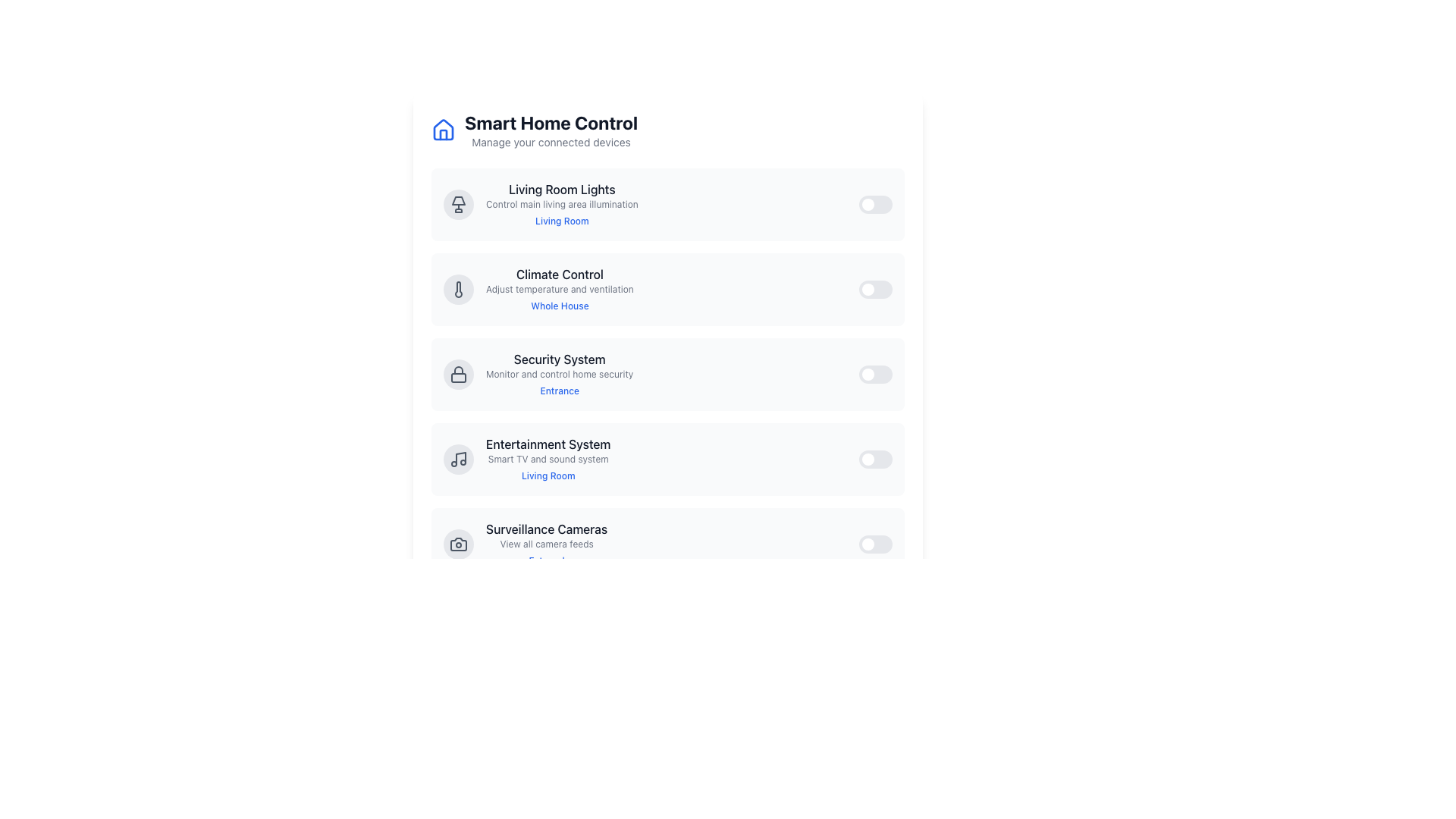 This screenshot has height=819, width=1456. What do you see at coordinates (457, 458) in the screenshot?
I see `the music-related icon in the 'Entertainment System' section, which features a grayish musical note with circular ends` at bounding box center [457, 458].